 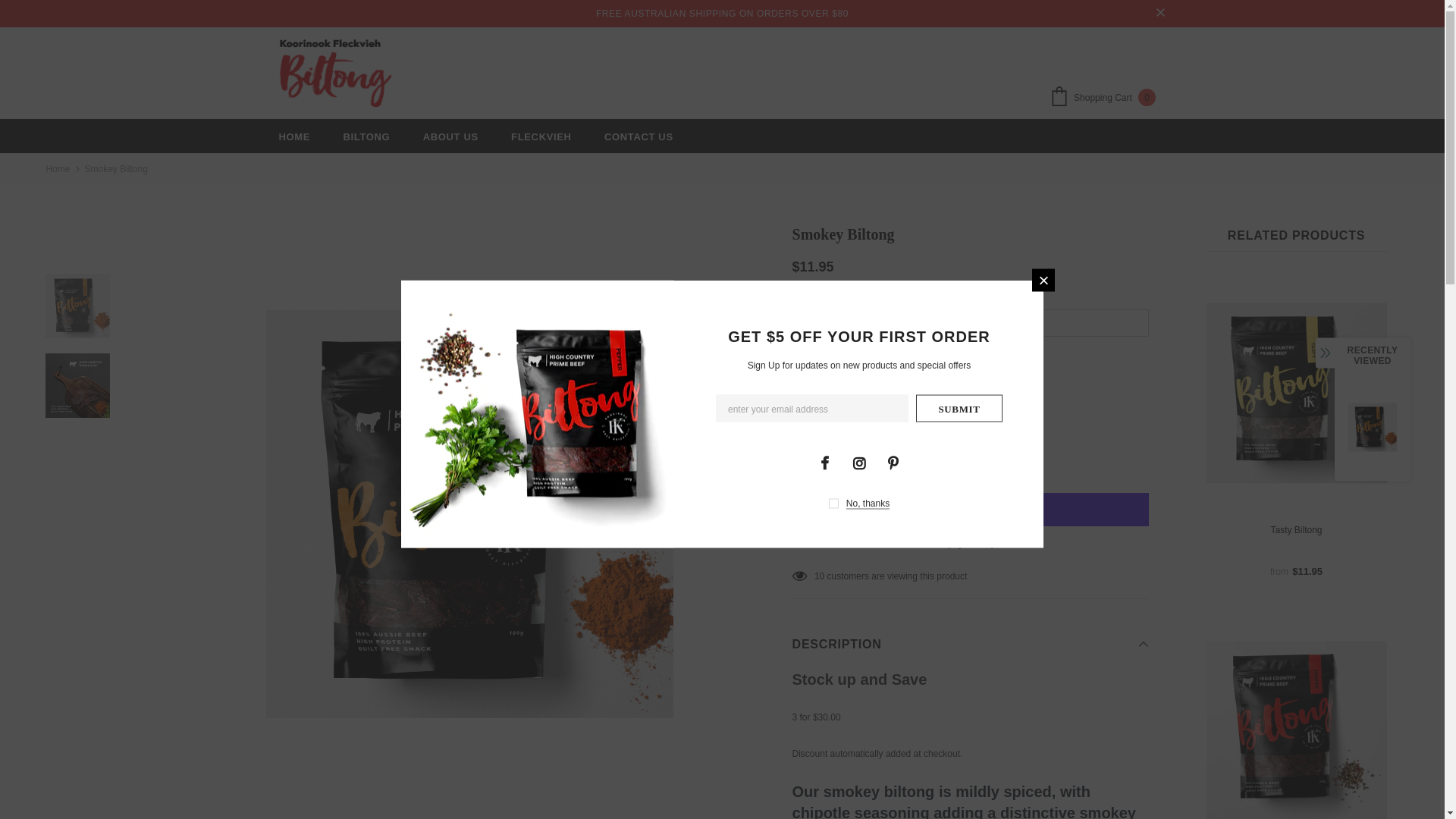 I want to click on 'Instagram', so click(x=847, y=461).